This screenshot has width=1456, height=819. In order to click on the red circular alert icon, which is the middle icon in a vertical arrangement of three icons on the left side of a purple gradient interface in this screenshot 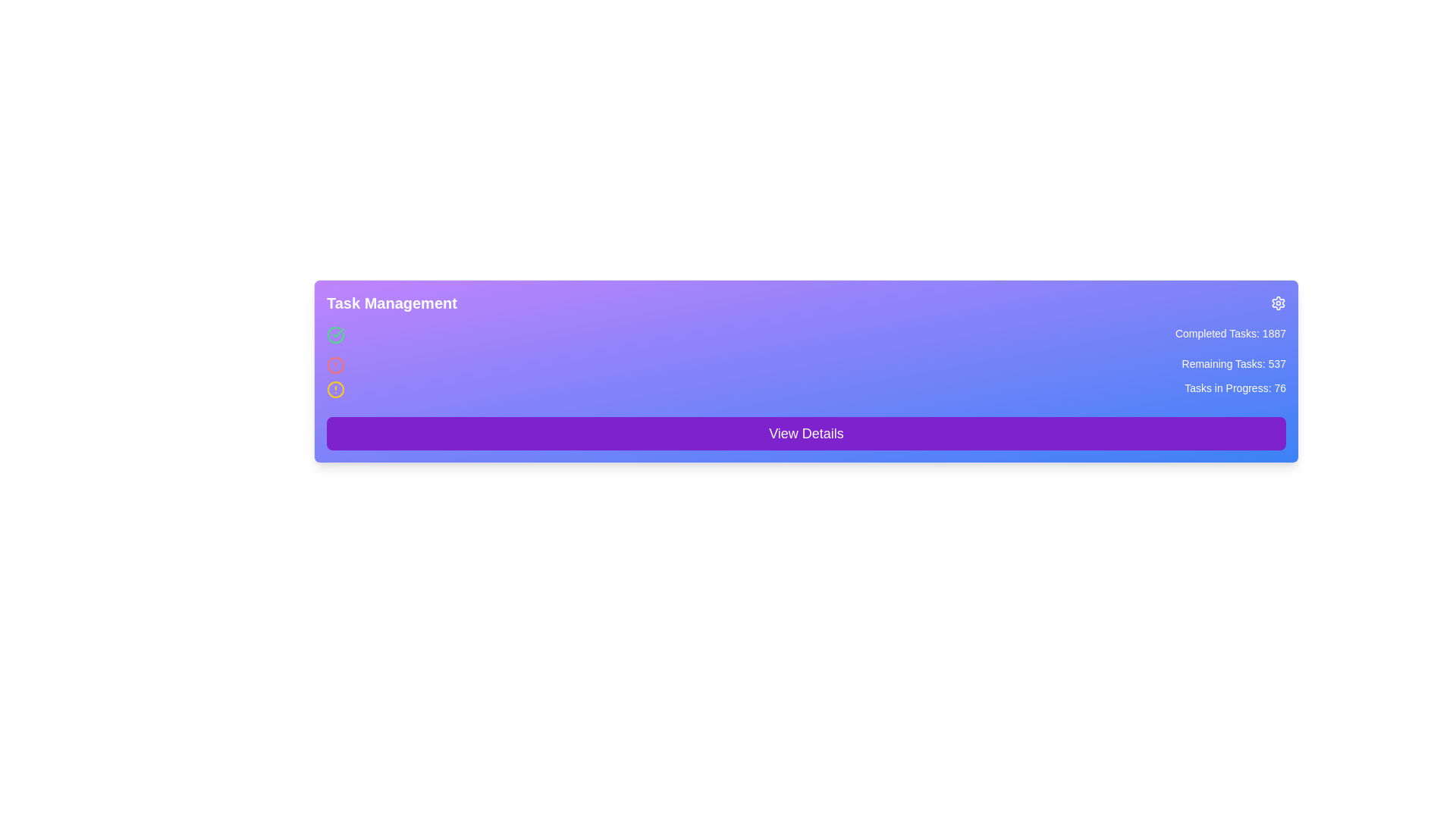, I will do `click(334, 366)`.